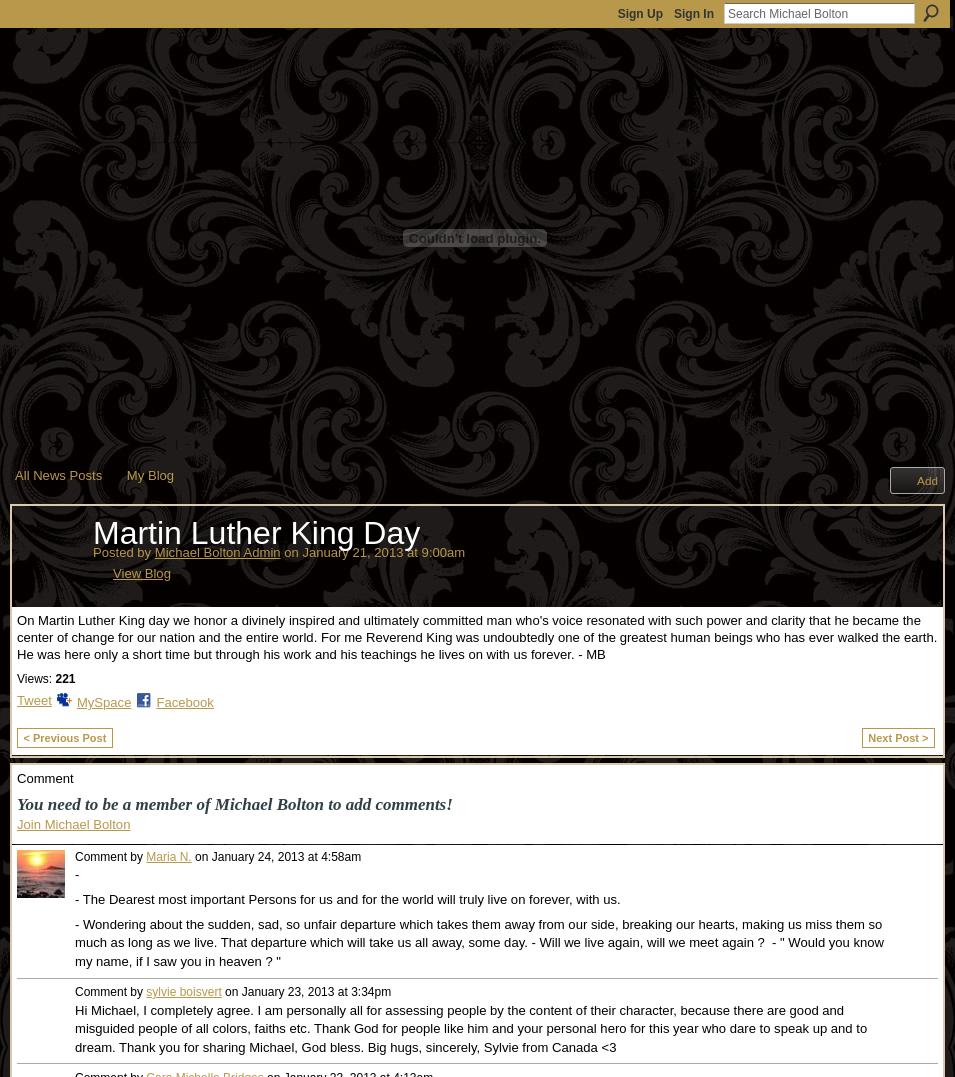 Image resolution: width=955 pixels, height=1077 pixels. Describe the element at coordinates (371, 552) in the screenshot. I see `'on January 21, 2013 at 9:00am'` at that location.